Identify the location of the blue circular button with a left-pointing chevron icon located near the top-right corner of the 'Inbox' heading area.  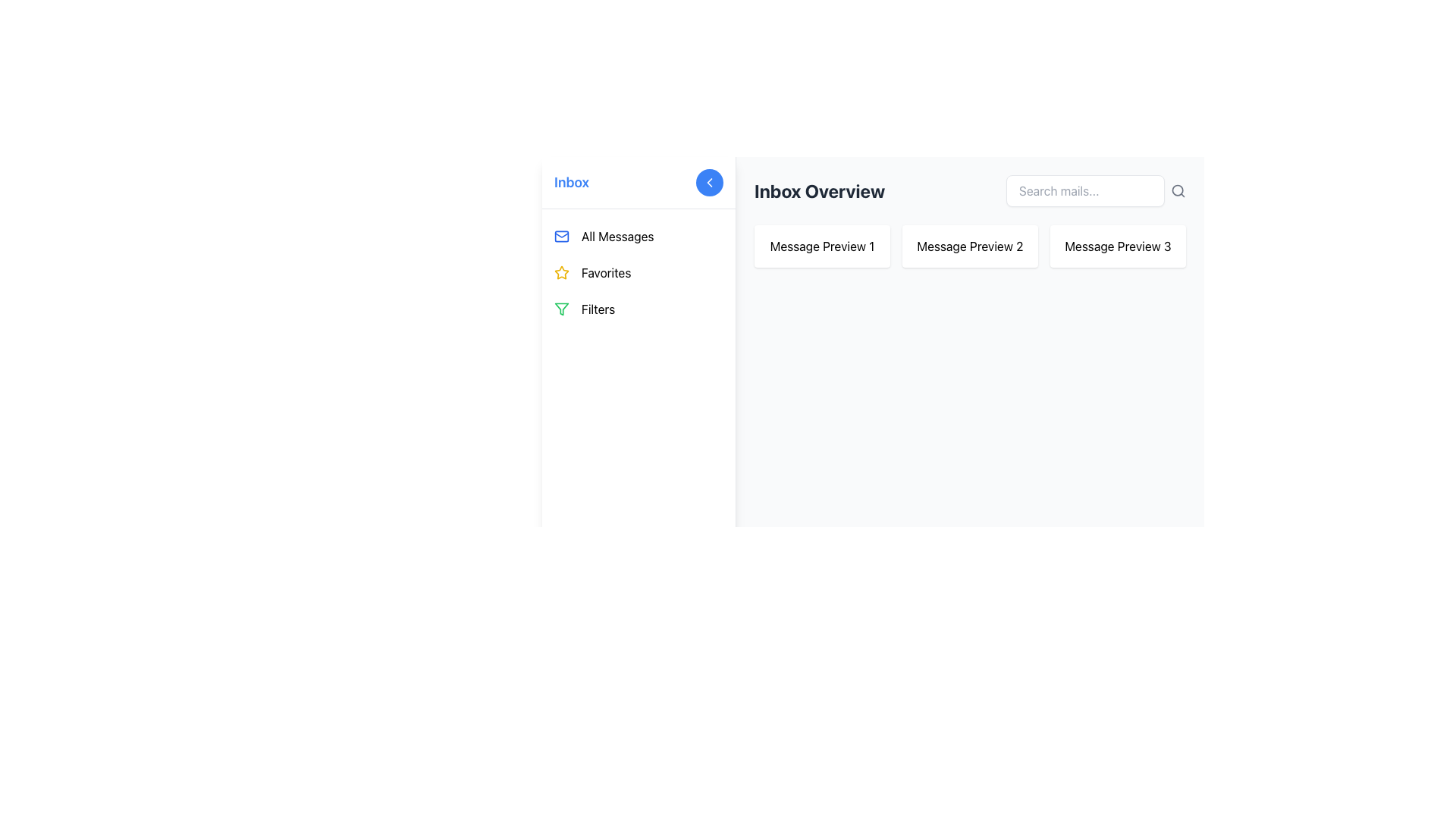
(709, 181).